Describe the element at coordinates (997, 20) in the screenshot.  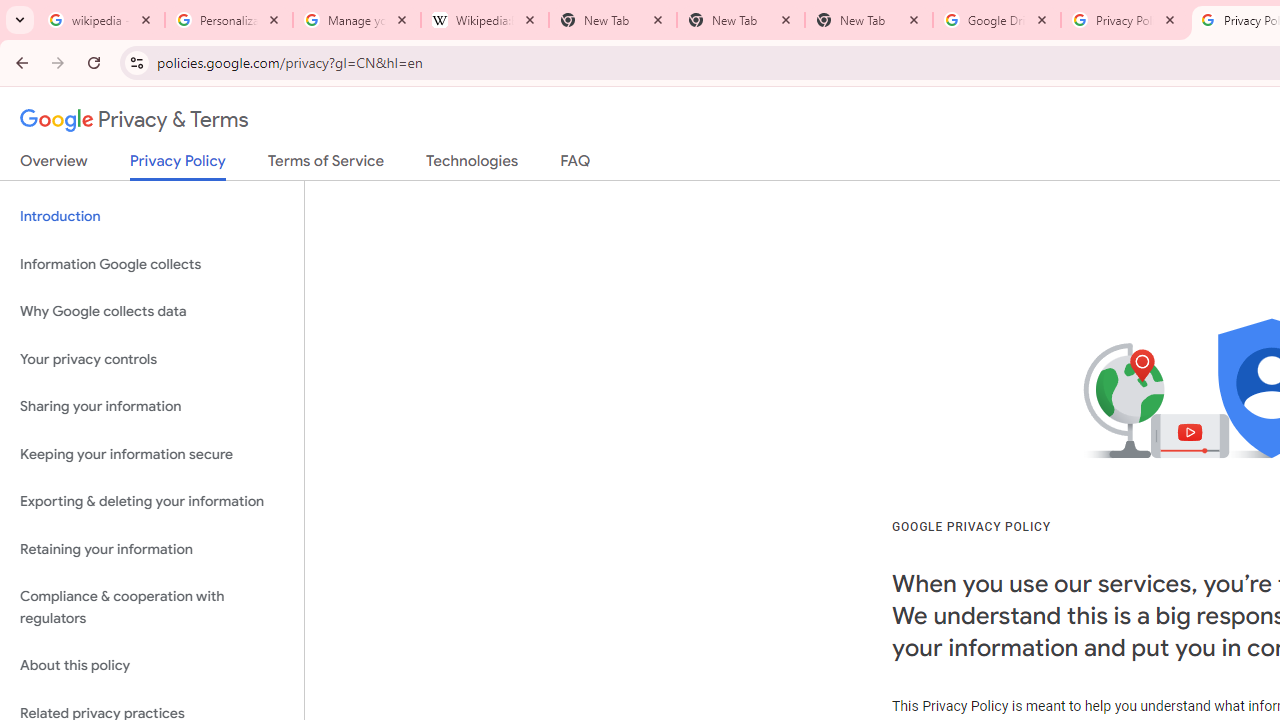
I see `'Google Drive: Sign-in'` at that location.